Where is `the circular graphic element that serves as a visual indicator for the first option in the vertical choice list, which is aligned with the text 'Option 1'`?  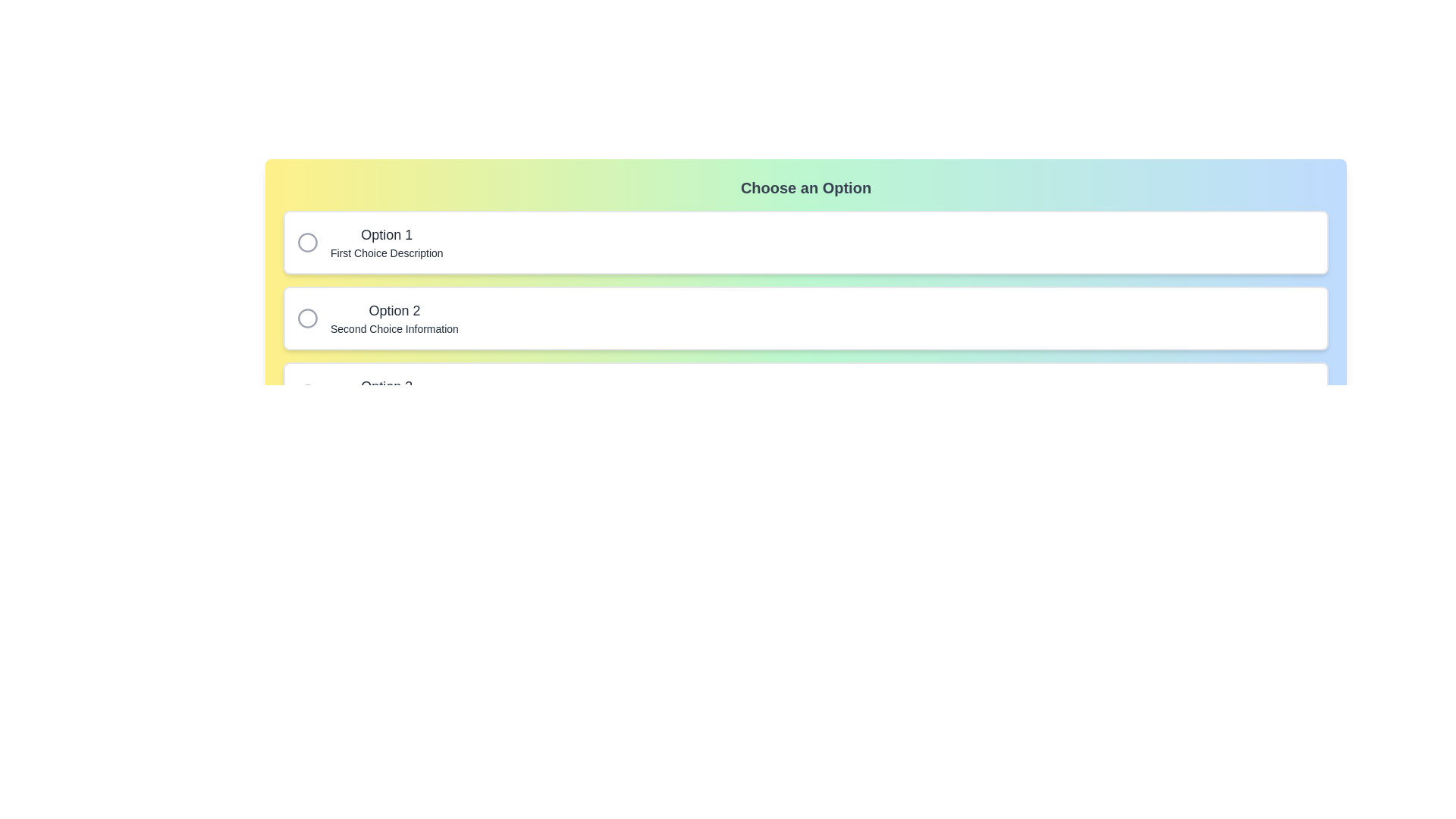
the circular graphic element that serves as a visual indicator for the first option in the vertical choice list, which is aligned with the text 'Option 1' is located at coordinates (307, 242).